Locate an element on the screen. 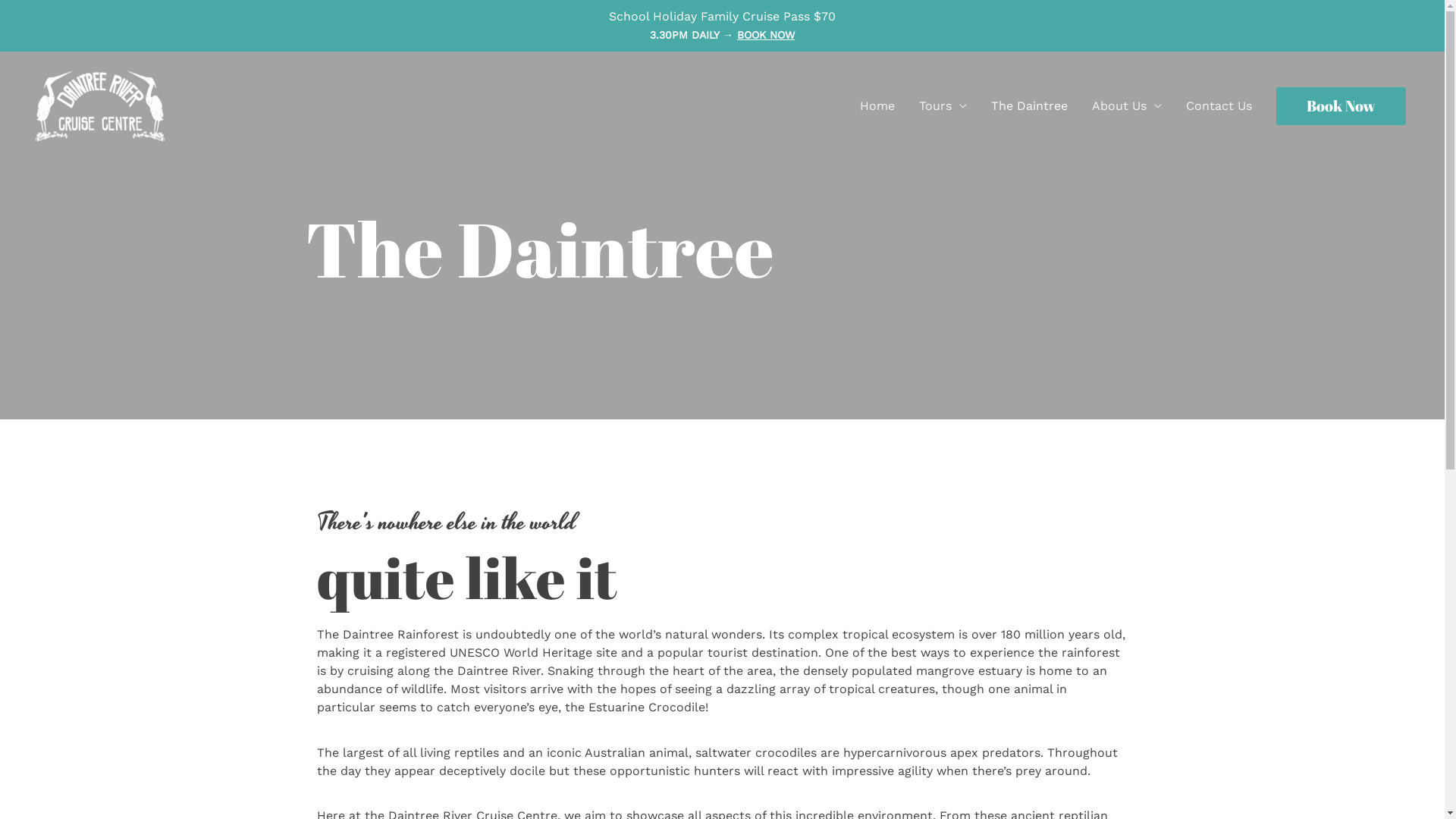  'Book Now' is located at coordinates (1341, 105).